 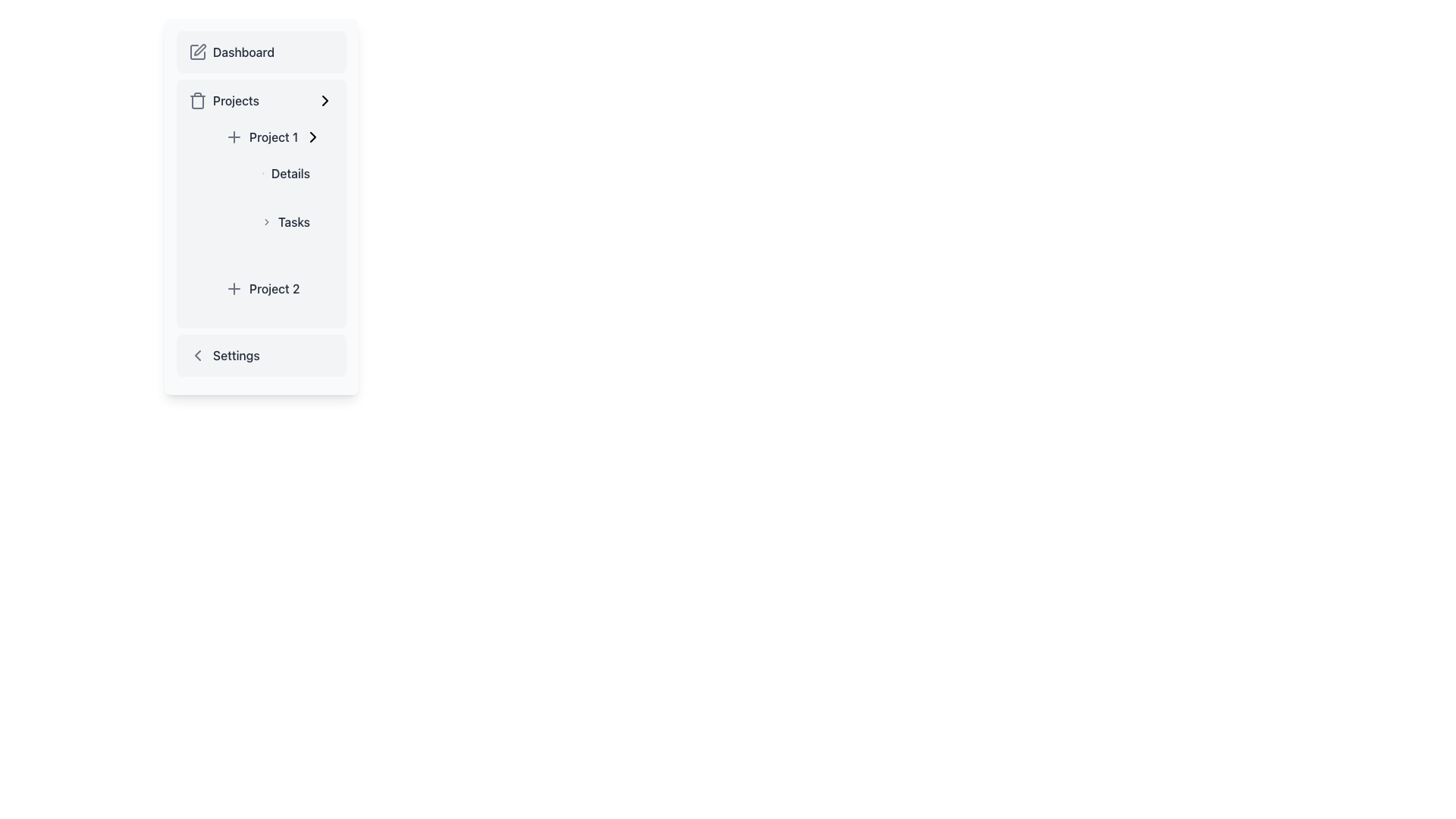 What do you see at coordinates (294, 222) in the screenshot?
I see `the 'Tasks' text label located under the 'Projects' section in the left-hand navigation panel, specifically after the 'Details' option` at bounding box center [294, 222].